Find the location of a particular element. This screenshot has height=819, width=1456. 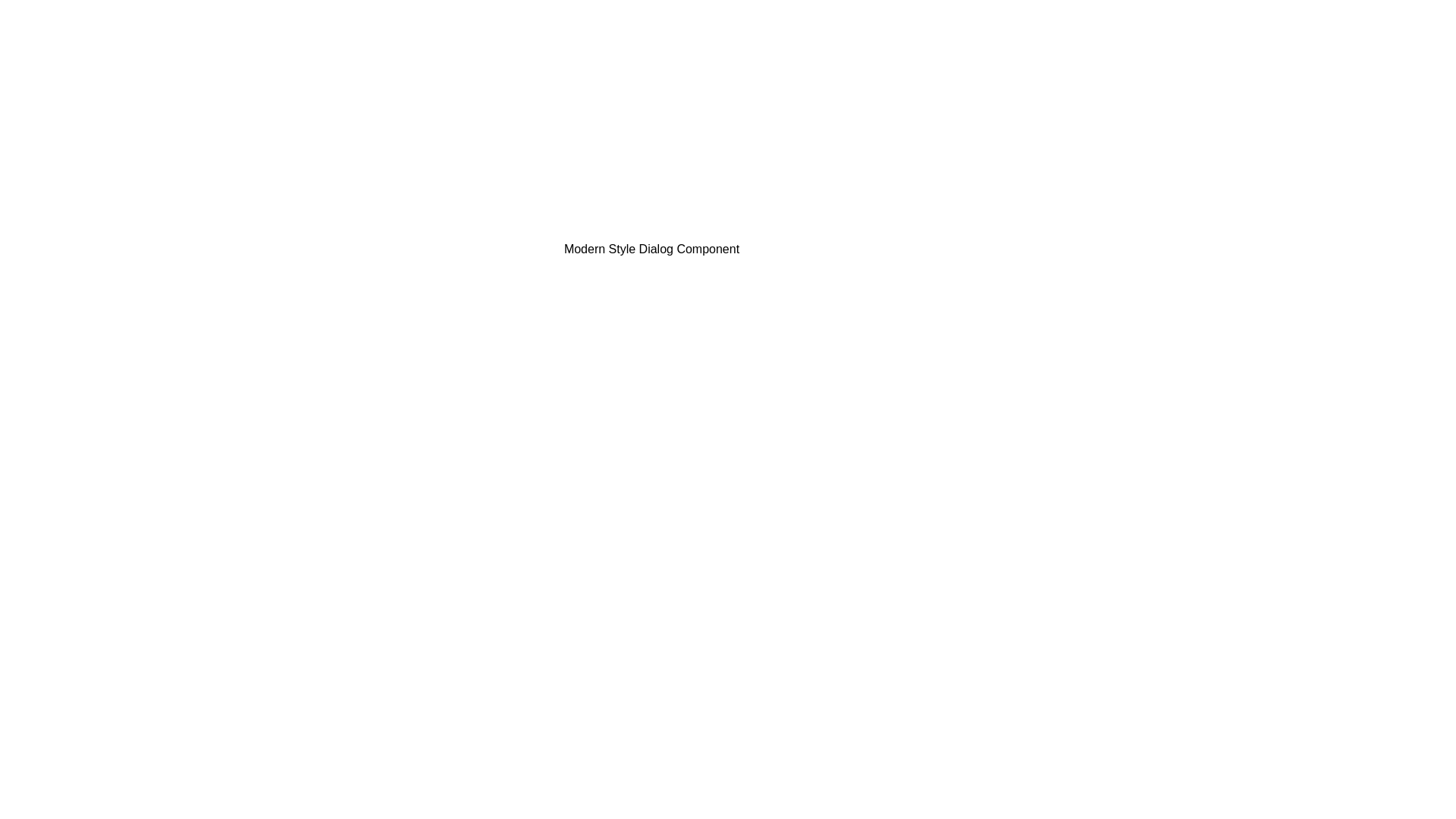

the word Component in the text 'Modern Style Dialog Component' is located at coordinates (531, 239).